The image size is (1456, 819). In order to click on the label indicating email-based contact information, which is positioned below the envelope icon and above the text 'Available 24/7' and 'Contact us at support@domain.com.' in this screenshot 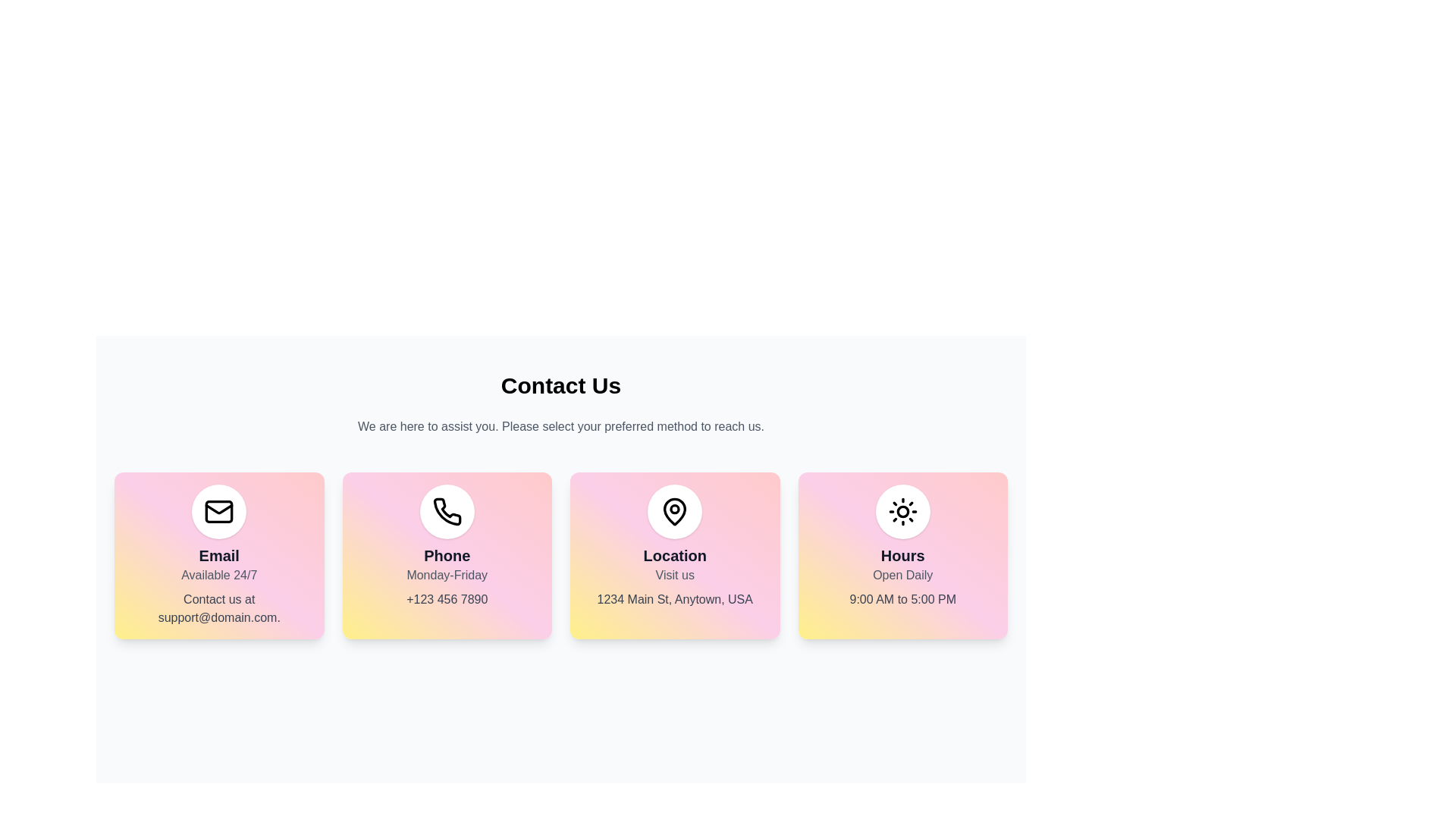, I will do `click(218, 555)`.